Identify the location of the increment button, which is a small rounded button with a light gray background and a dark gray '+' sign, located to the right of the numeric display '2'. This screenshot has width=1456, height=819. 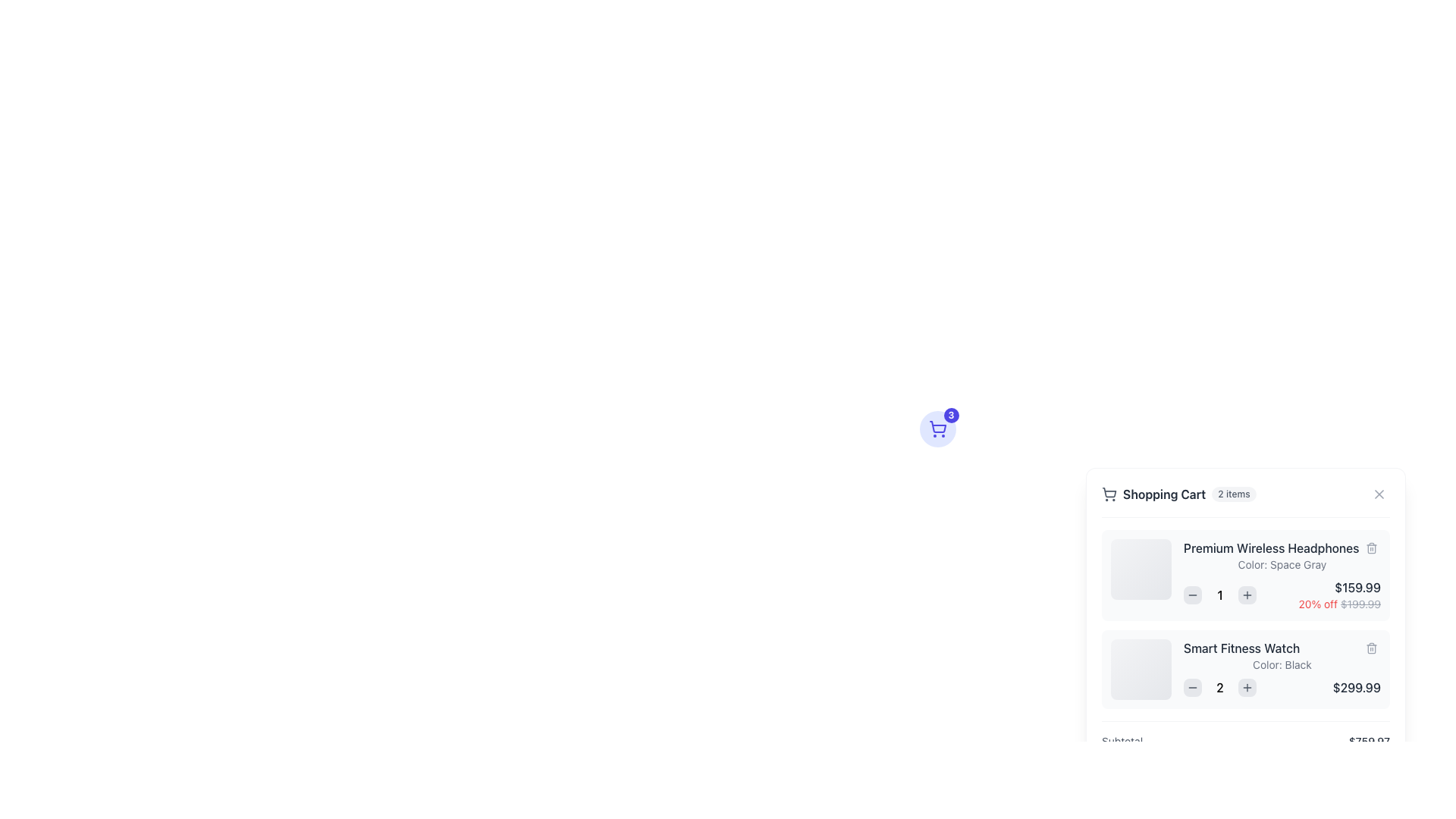
(1247, 687).